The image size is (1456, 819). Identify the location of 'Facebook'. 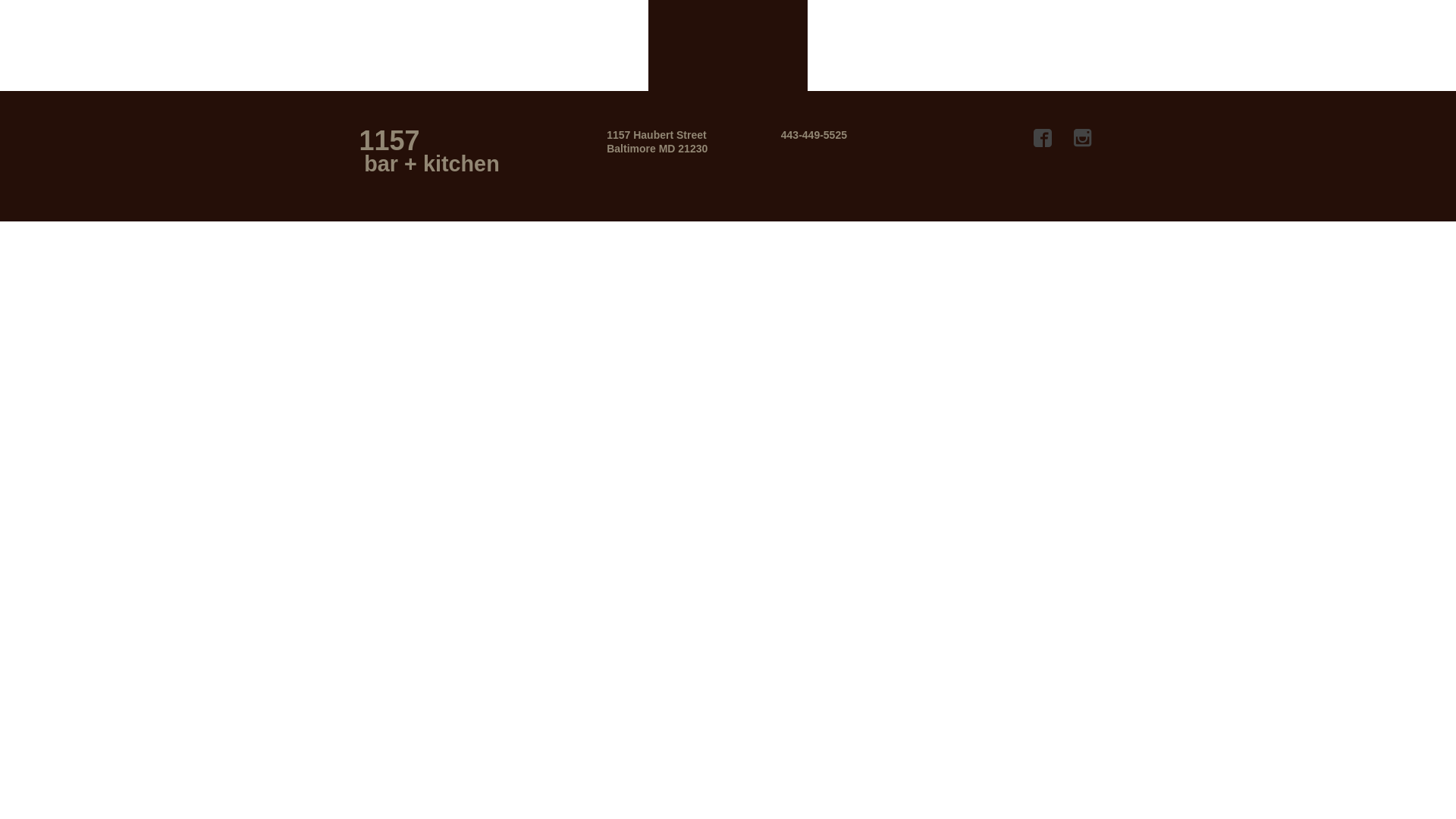
(1041, 137).